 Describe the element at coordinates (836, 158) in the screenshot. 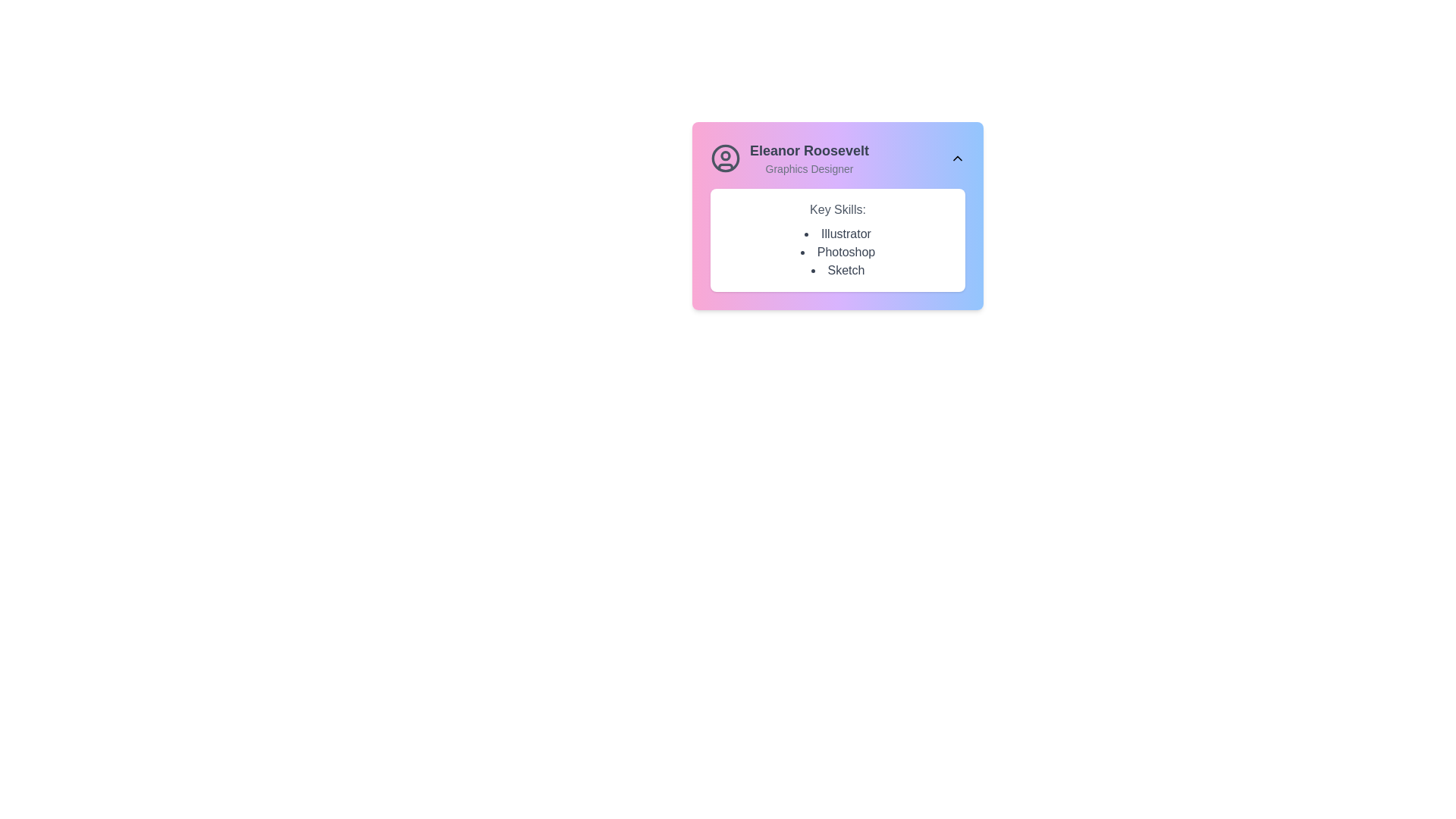

I see `the Composite UI component displaying 'Eleanor Roosevelt' with the subtitle 'Graphics Designer'` at that location.